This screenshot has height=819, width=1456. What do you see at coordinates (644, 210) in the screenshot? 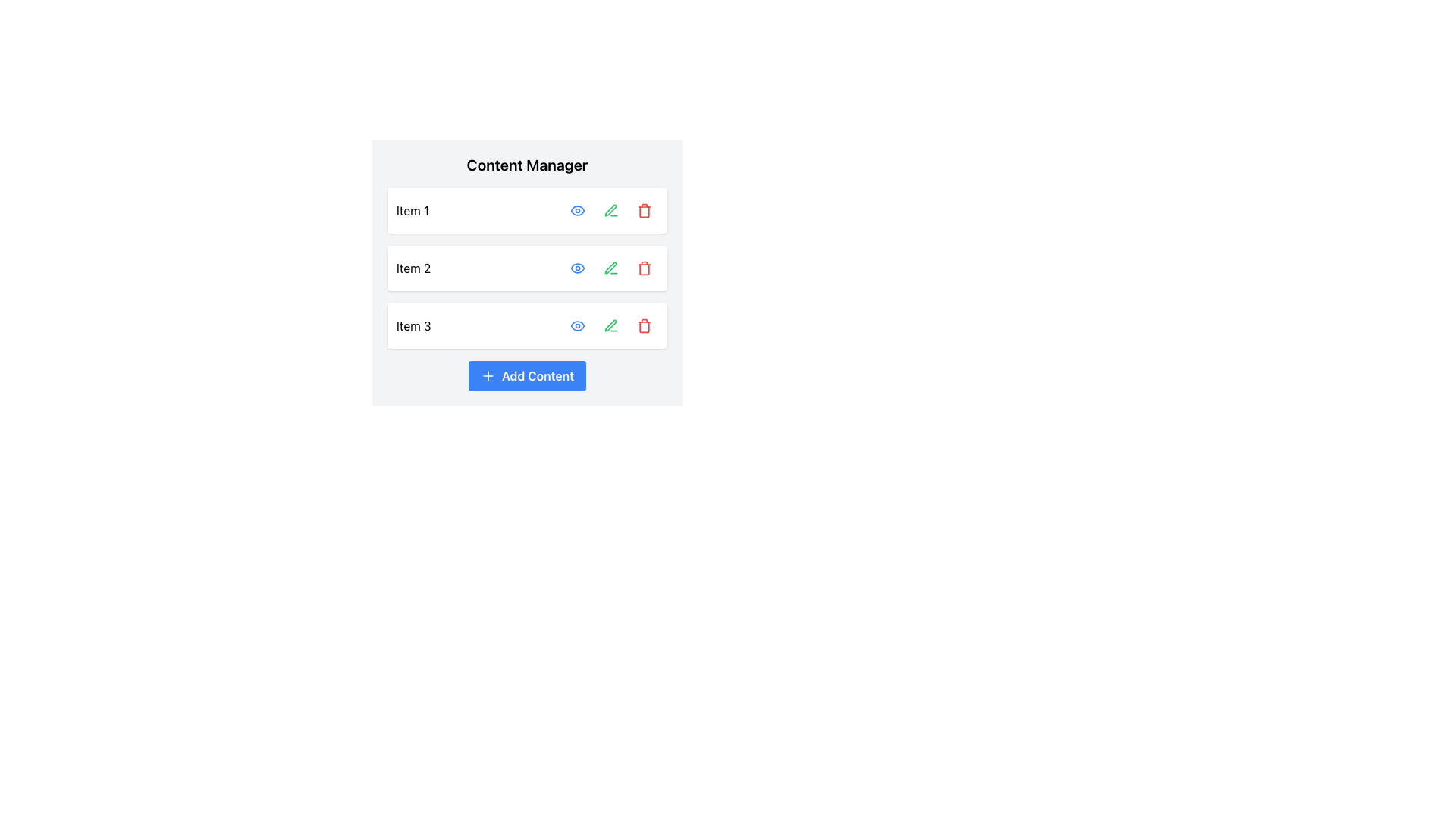
I see `the trash can icon button, which is the last icon in the row associated with 'Item 1' in the Content Manager, to observe its visual feedback` at bounding box center [644, 210].